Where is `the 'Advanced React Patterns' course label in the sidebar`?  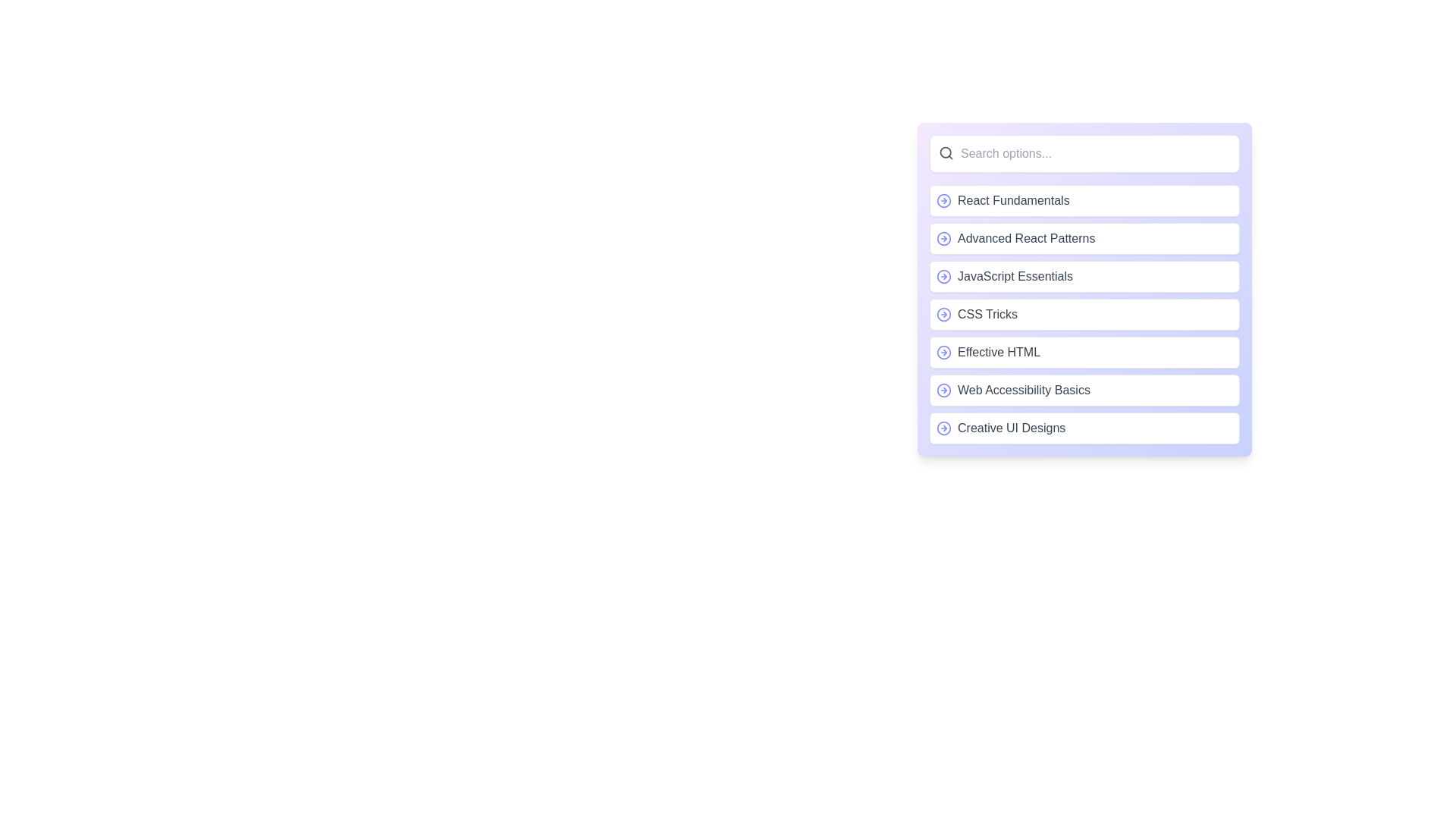
the 'Advanced React Patterns' course label in the sidebar is located at coordinates (1026, 239).